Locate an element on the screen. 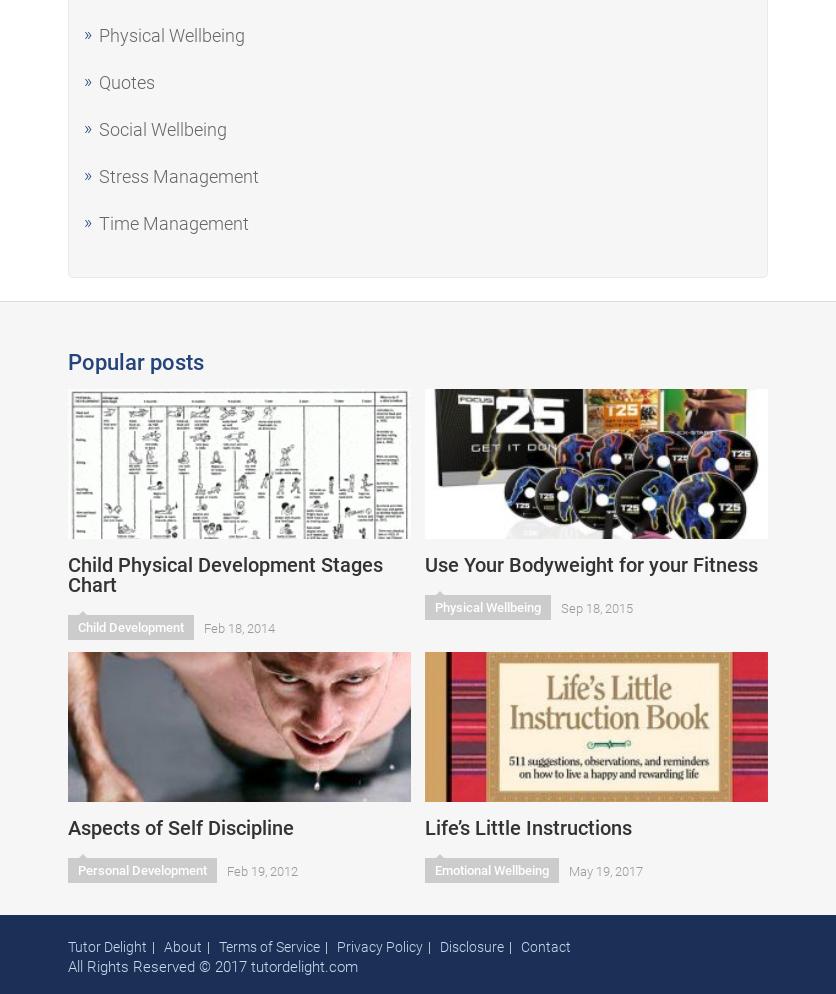 The width and height of the screenshot is (836, 994). 'Sep 18, 2015' is located at coordinates (560, 607).